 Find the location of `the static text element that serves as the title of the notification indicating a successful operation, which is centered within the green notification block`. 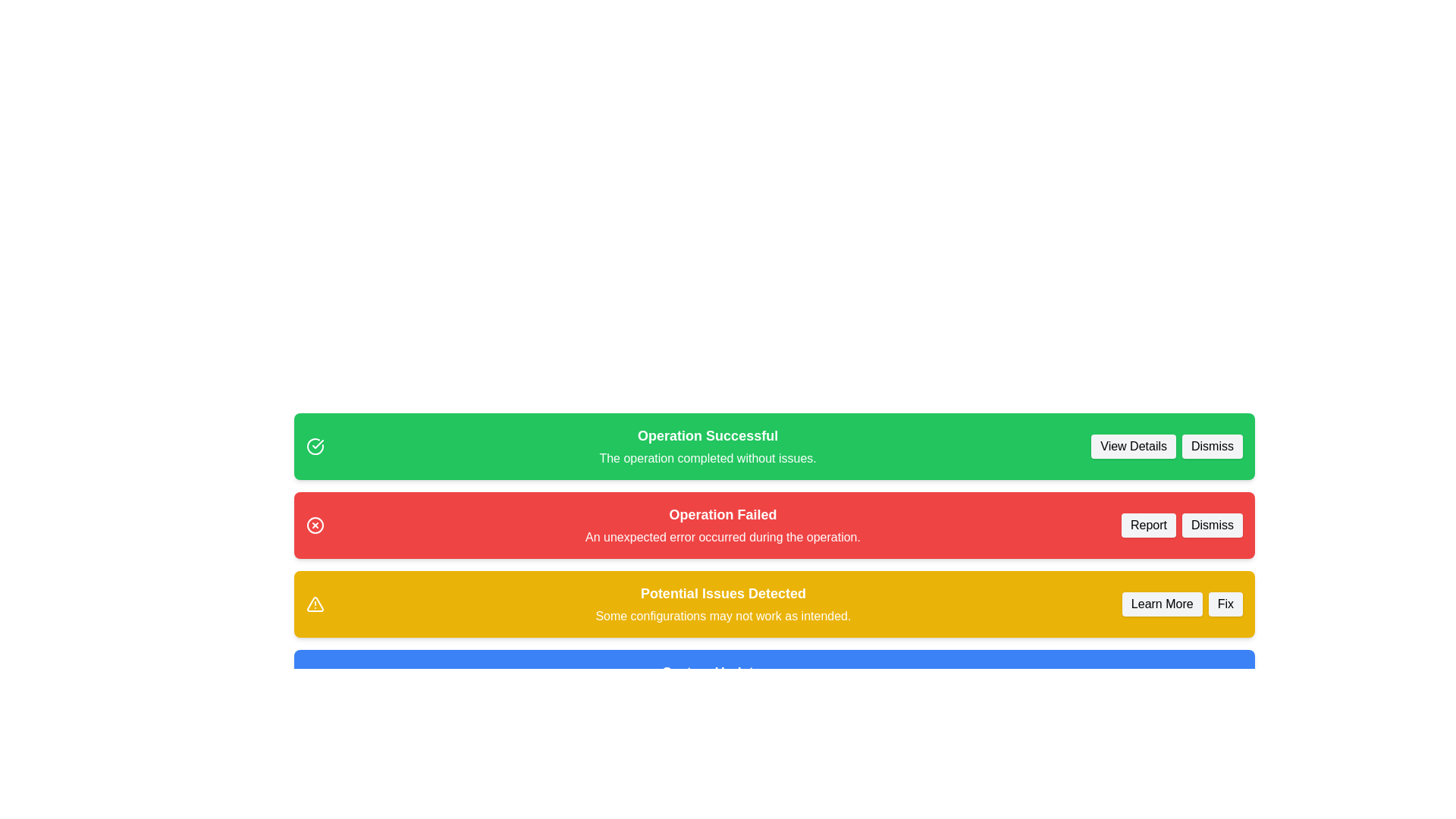

the static text element that serves as the title of the notification indicating a successful operation, which is centered within the green notification block is located at coordinates (707, 435).